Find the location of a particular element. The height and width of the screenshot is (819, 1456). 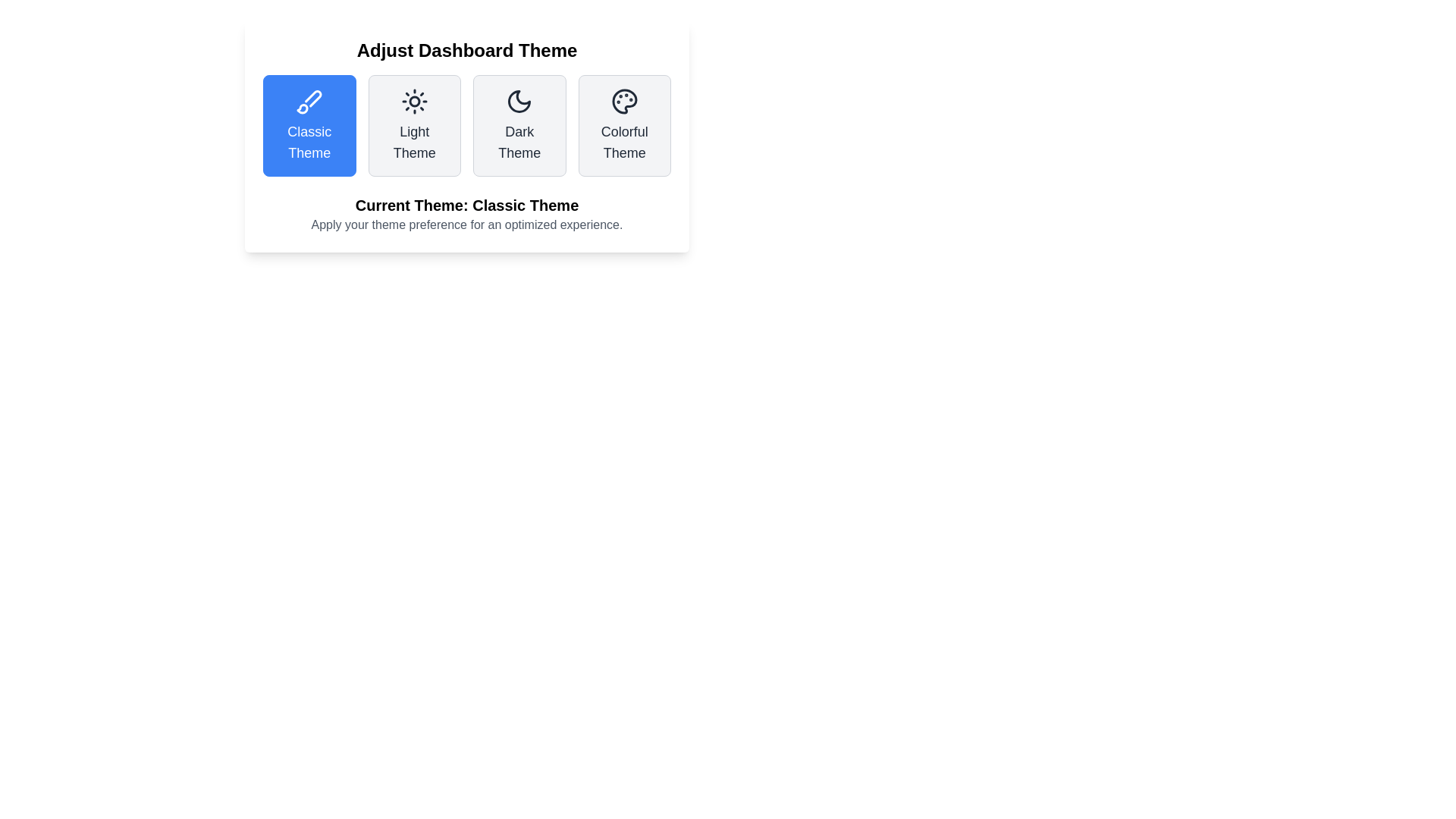

the Text label that communicates the currently selected theme, located below the theme buttons in the 'Adjust Dashboard Theme' section is located at coordinates (466, 205).